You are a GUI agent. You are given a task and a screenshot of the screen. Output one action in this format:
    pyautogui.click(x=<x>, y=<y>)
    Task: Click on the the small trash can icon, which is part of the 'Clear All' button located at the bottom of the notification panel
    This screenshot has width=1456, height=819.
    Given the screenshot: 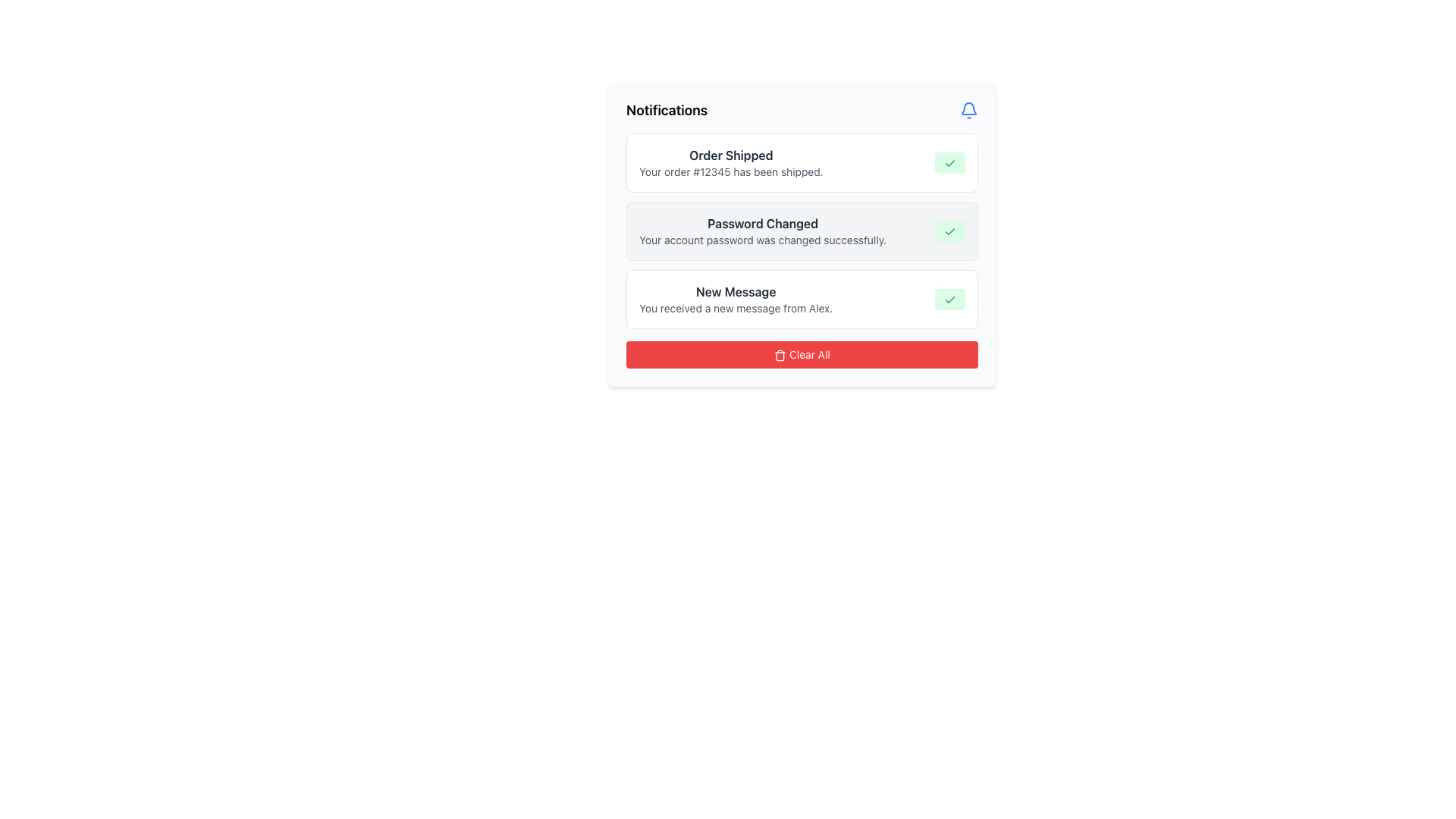 What is the action you would take?
    pyautogui.click(x=780, y=356)
    